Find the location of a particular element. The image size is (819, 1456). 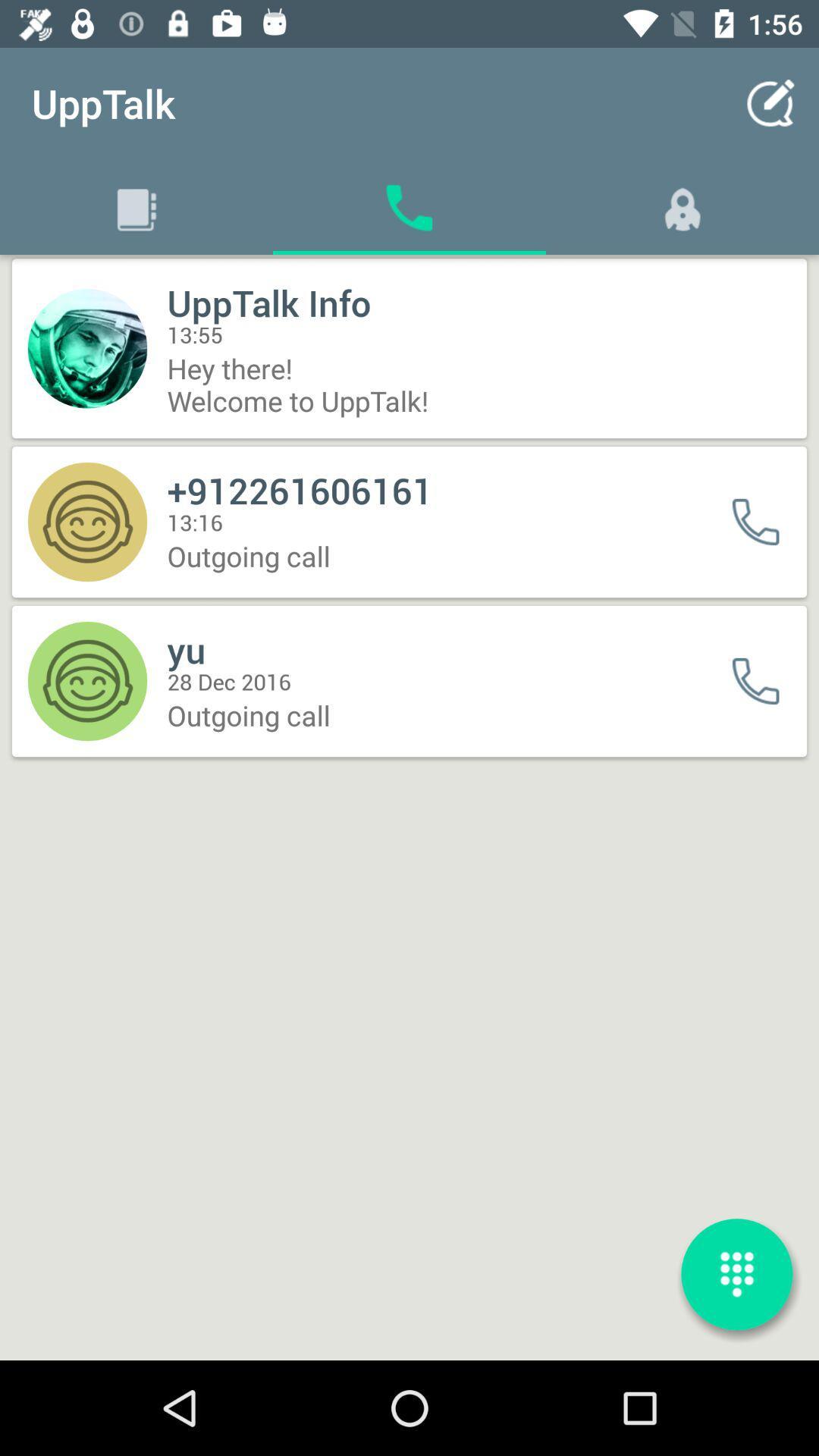

the dialpad icon is located at coordinates (736, 1274).